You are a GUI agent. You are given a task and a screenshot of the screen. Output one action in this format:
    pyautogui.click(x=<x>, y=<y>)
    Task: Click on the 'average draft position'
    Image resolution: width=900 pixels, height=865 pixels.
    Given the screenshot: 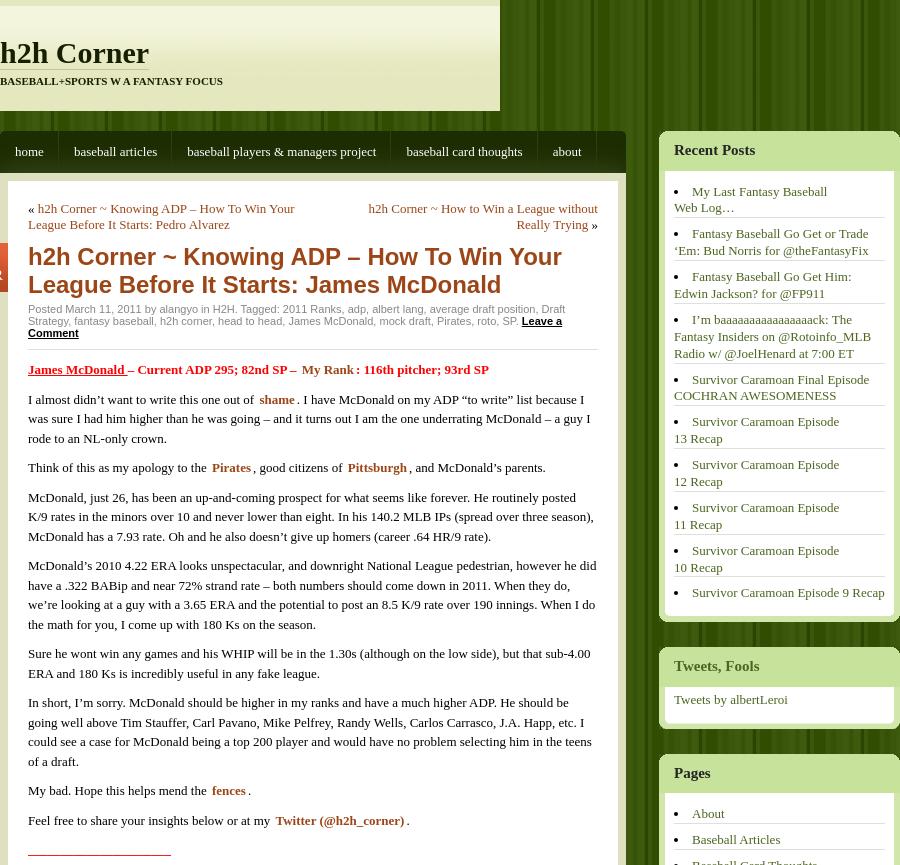 What is the action you would take?
    pyautogui.click(x=481, y=308)
    